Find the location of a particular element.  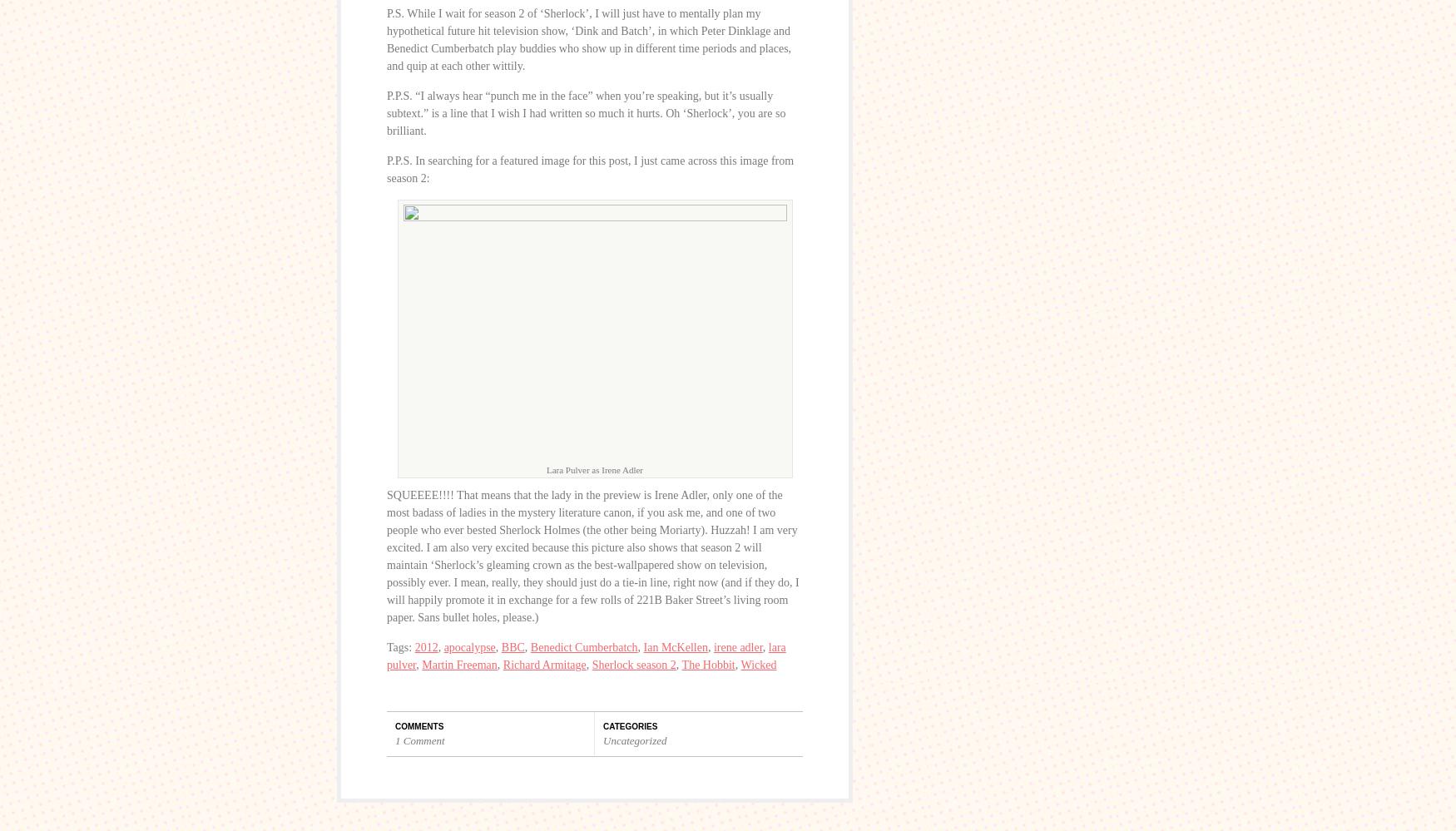

'Lara Pulver as Irene Adler' is located at coordinates (594, 469).